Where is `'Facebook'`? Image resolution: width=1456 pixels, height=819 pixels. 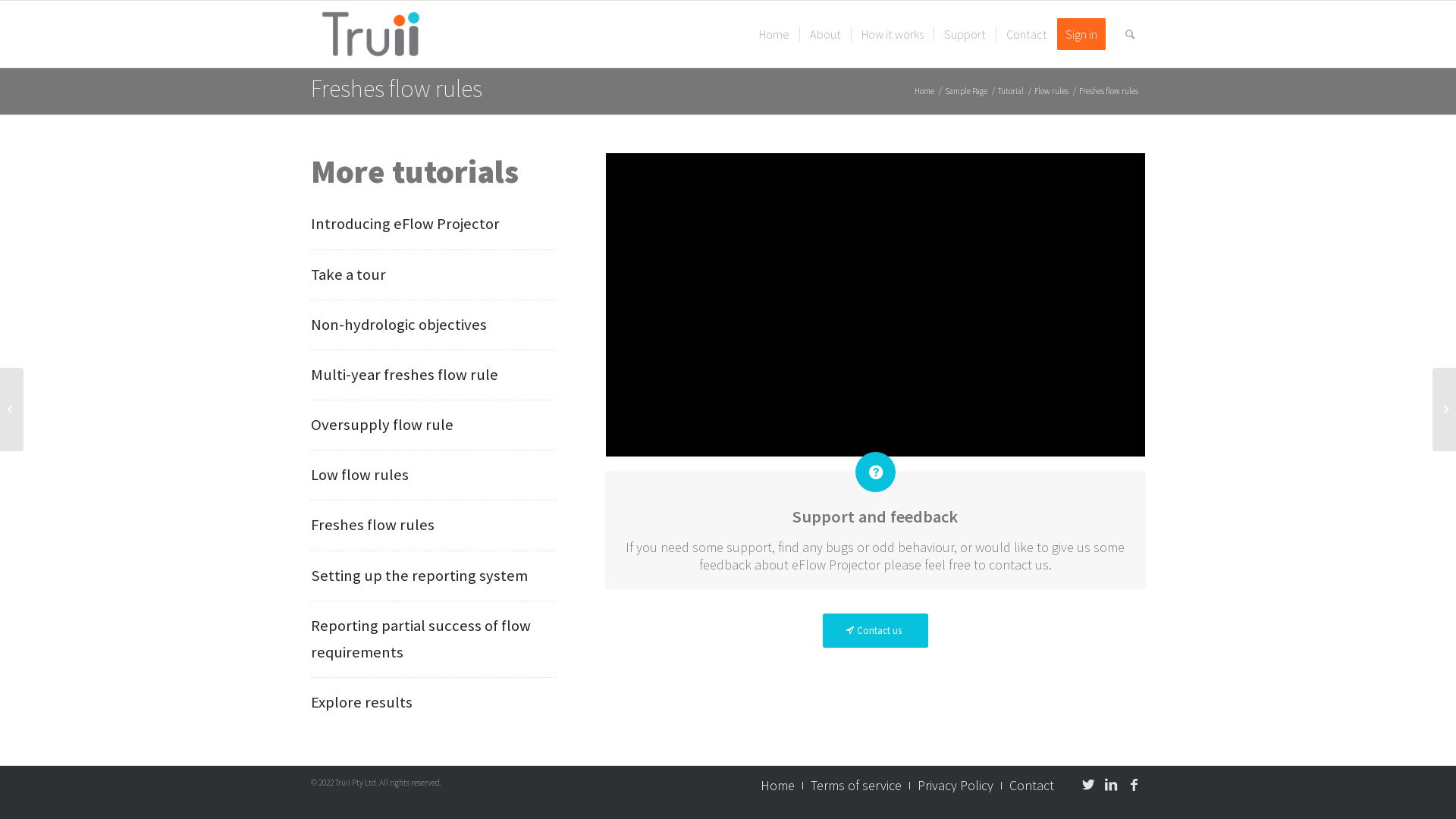
'Facebook' is located at coordinates (1133, 784).